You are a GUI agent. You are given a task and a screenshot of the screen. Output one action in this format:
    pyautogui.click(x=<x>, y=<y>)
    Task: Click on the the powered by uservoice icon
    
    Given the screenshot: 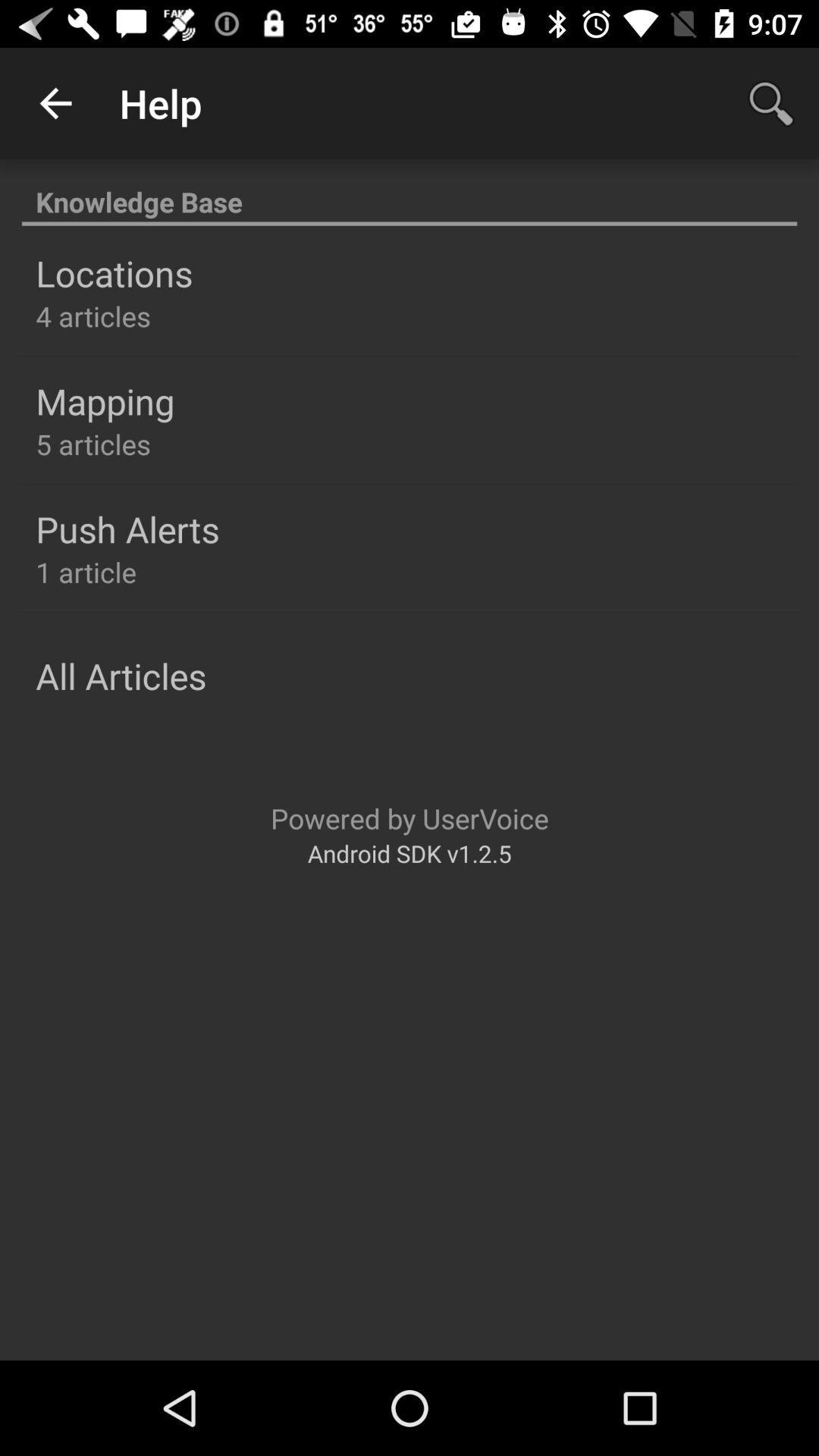 What is the action you would take?
    pyautogui.click(x=409, y=817)
    